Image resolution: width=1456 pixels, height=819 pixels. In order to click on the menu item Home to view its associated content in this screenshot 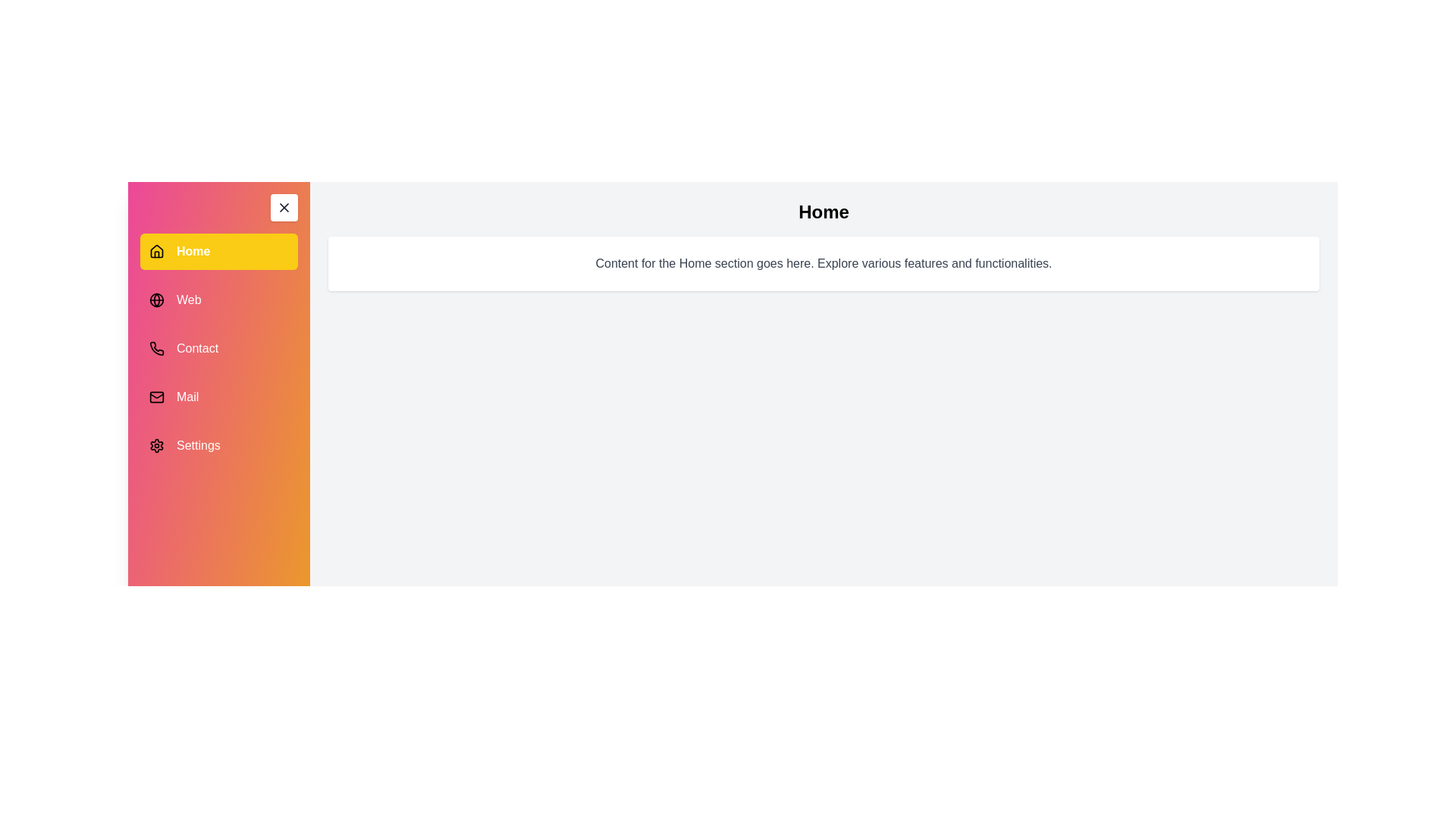, I will do `click(218, 250)`.